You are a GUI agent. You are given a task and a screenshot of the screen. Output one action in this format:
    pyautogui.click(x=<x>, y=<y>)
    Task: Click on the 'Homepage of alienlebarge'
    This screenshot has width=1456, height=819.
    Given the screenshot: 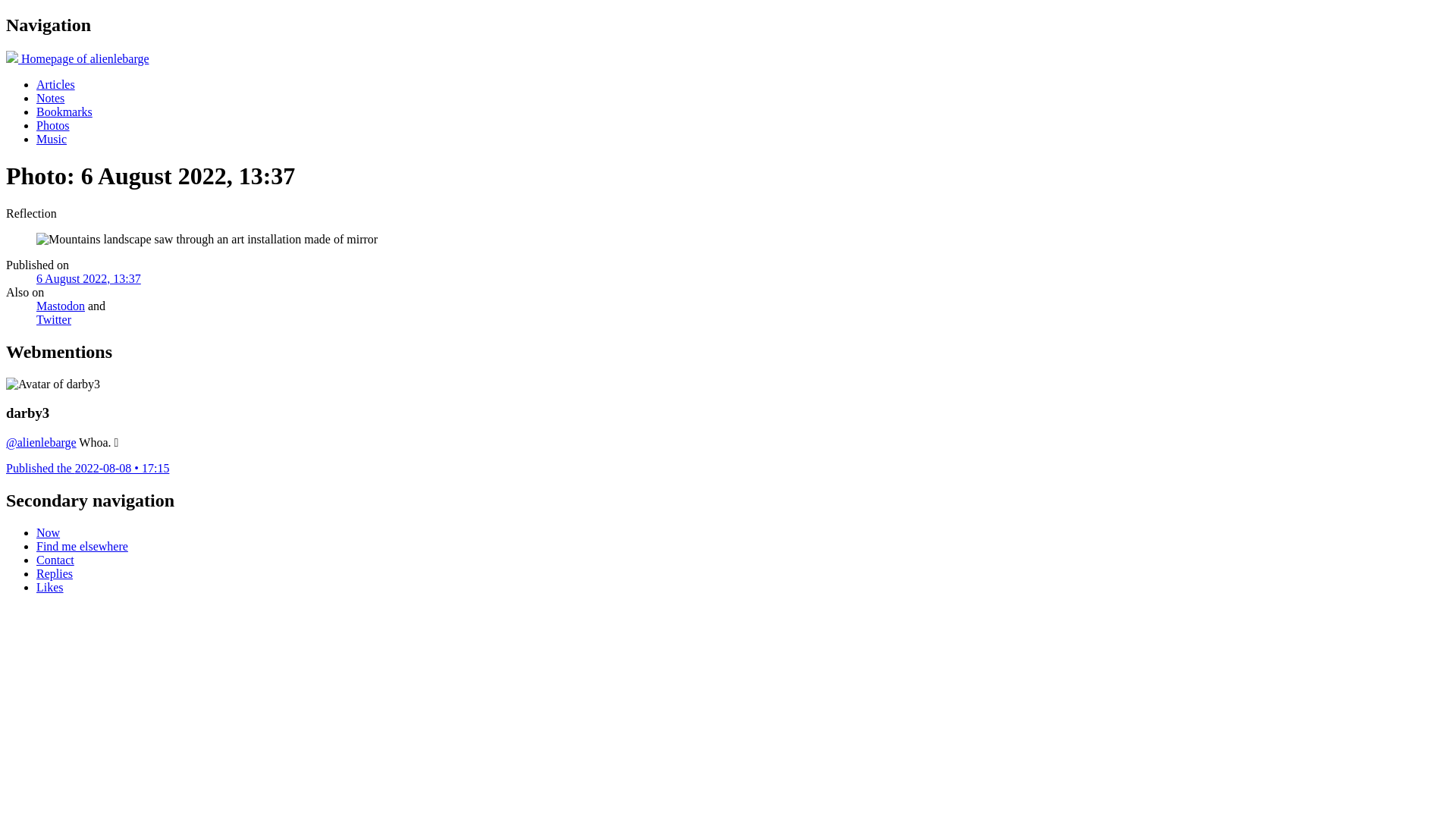 What is the action you would take?
    pyautogui.click(x=77, y=58)
    